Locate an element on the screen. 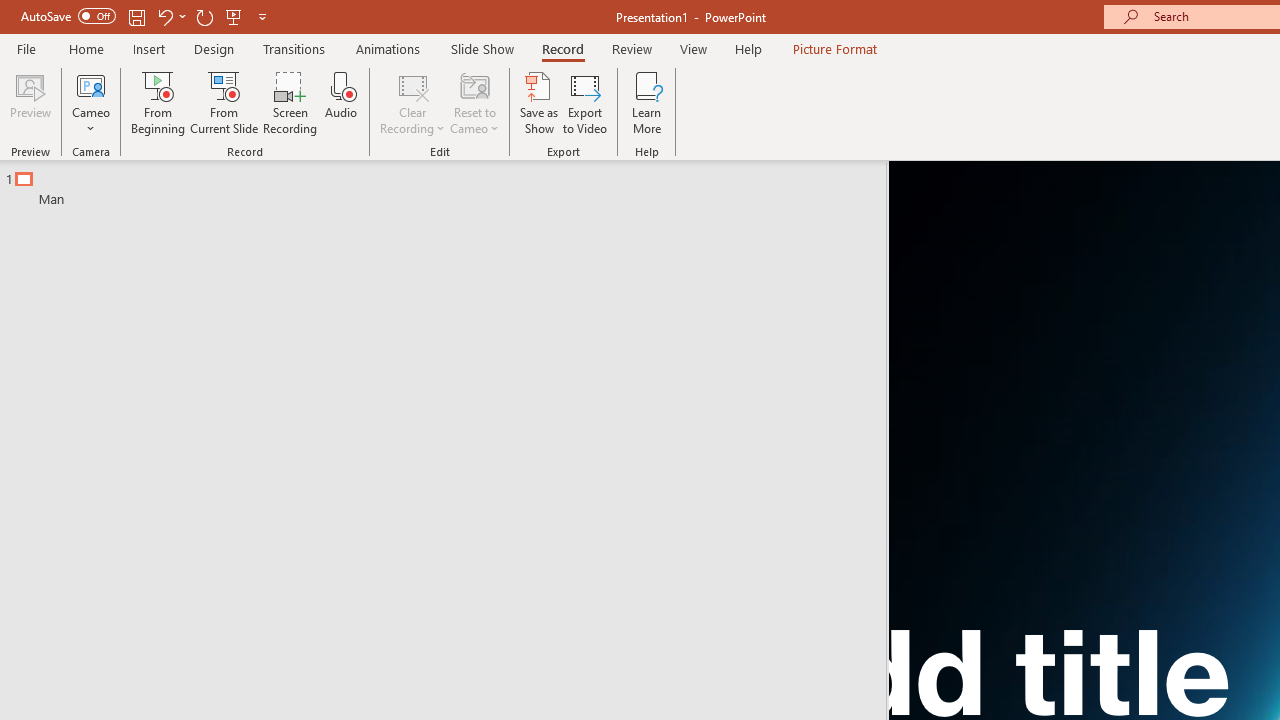 The image size is (1280, 720). 'Reset to Cameo' is located at coordinates (473, 103).